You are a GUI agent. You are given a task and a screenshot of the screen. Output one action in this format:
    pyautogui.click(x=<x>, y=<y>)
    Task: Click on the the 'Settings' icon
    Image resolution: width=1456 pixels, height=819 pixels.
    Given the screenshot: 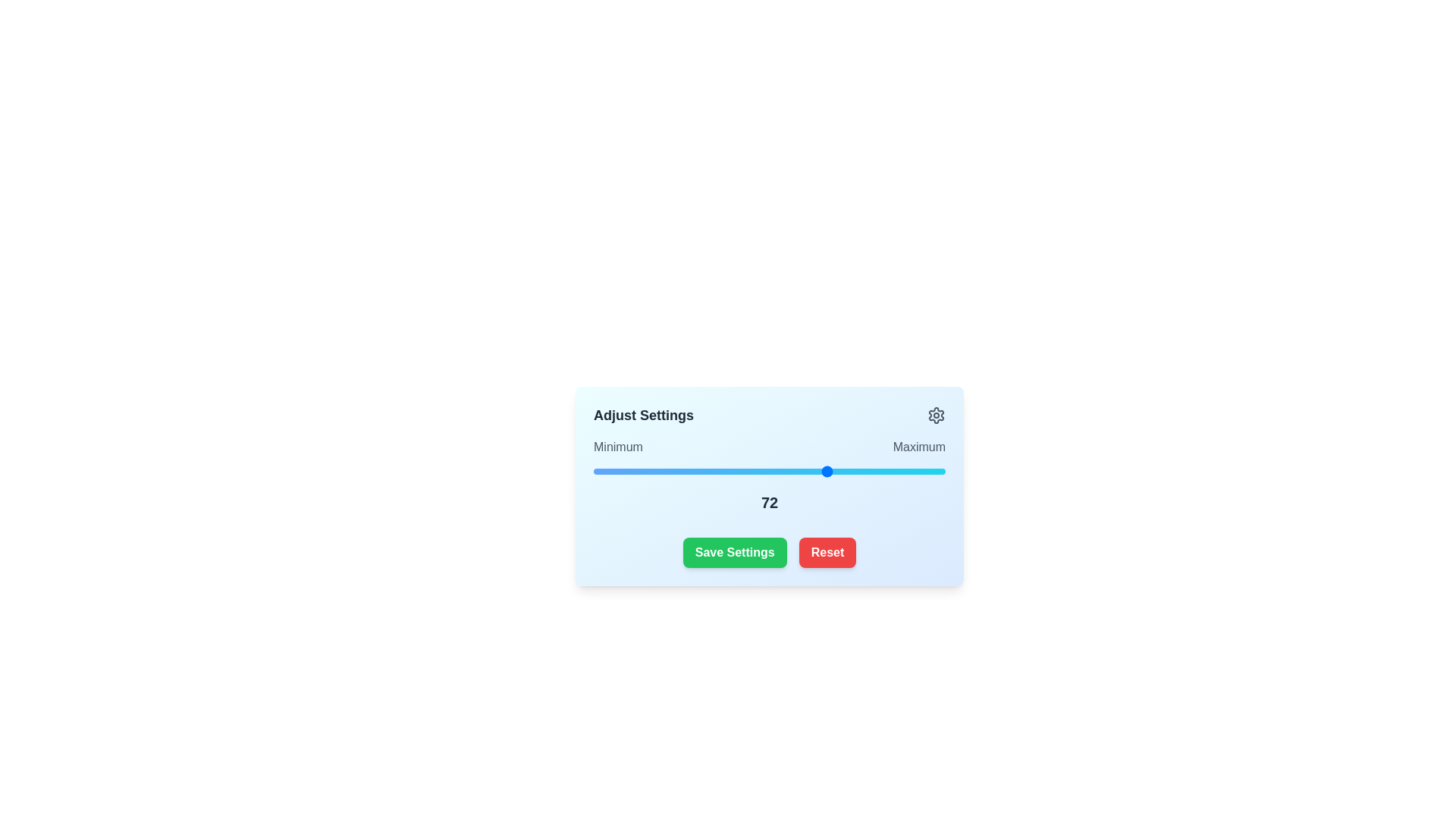 What is the action you would take?
    pyautogui.click(x=935, y=415)
    